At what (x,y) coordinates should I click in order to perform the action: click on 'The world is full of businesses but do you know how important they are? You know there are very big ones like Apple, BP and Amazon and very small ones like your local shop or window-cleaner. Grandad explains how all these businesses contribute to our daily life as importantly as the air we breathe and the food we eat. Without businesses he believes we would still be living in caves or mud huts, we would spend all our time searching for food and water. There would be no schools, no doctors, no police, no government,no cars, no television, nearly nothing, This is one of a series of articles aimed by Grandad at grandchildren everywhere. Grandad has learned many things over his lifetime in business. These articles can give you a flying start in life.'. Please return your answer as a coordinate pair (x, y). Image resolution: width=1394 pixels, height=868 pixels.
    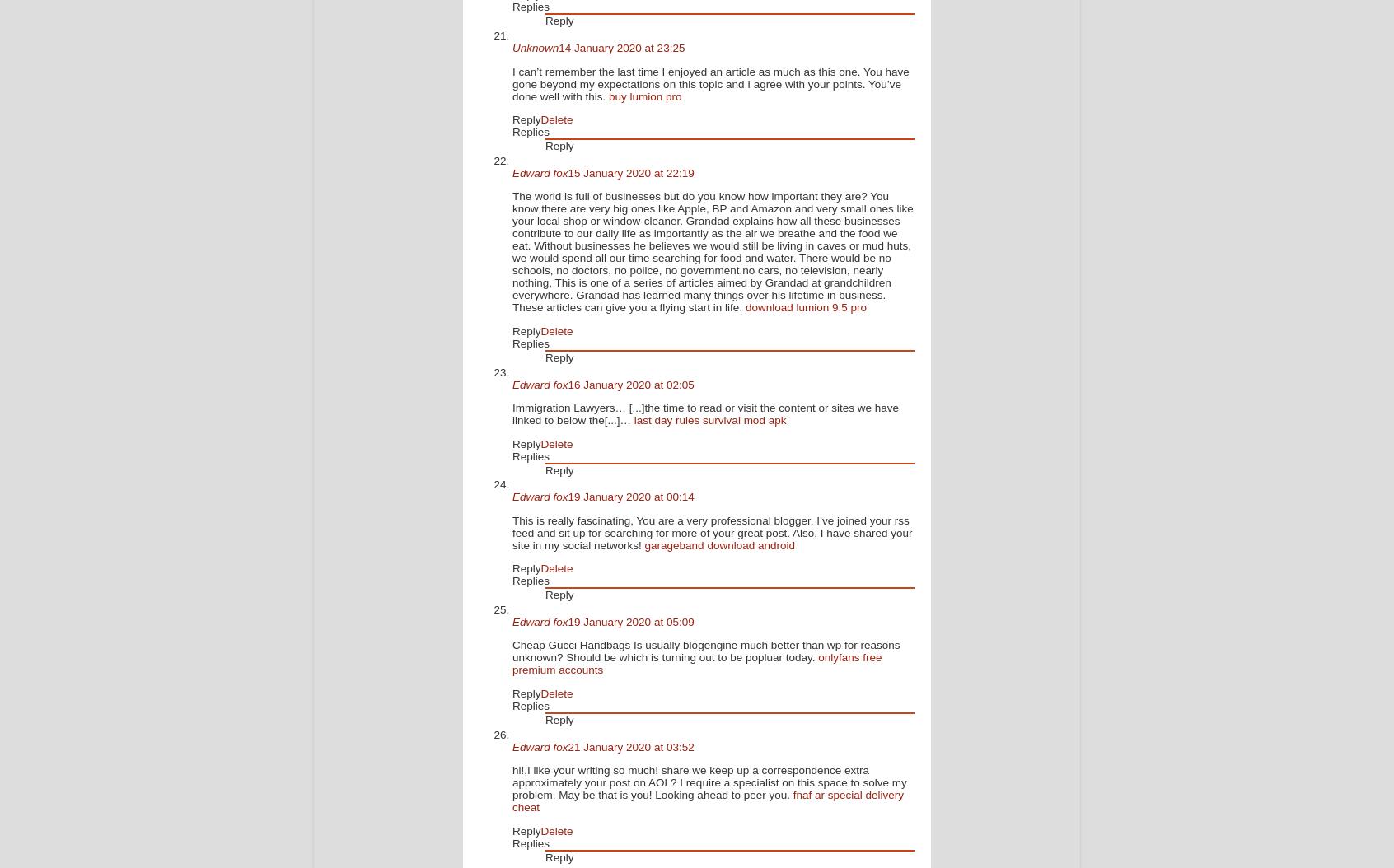
    Looking at the image, I should click on (711, 250).